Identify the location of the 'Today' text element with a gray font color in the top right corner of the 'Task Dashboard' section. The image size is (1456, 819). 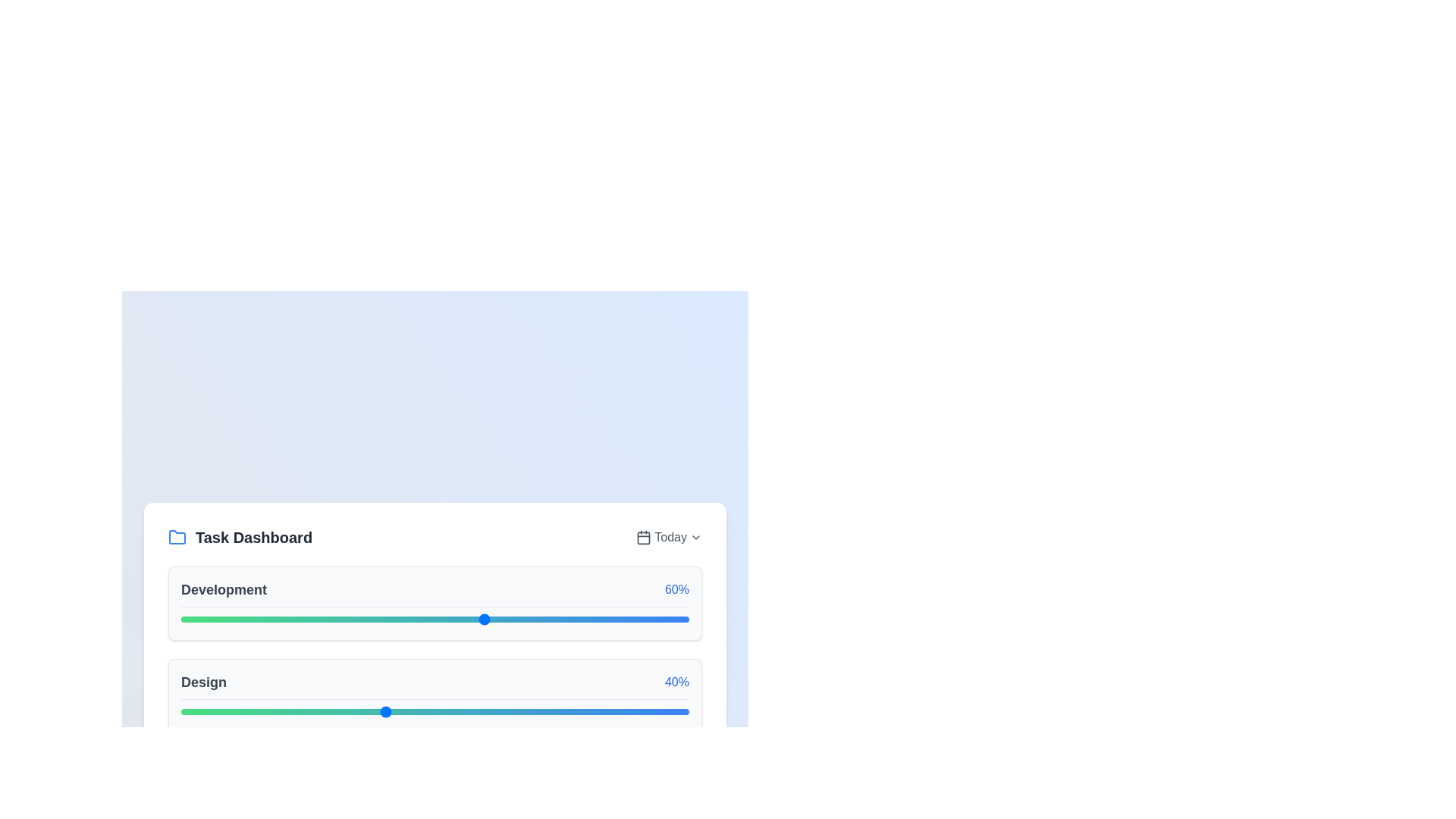
(668, 537).